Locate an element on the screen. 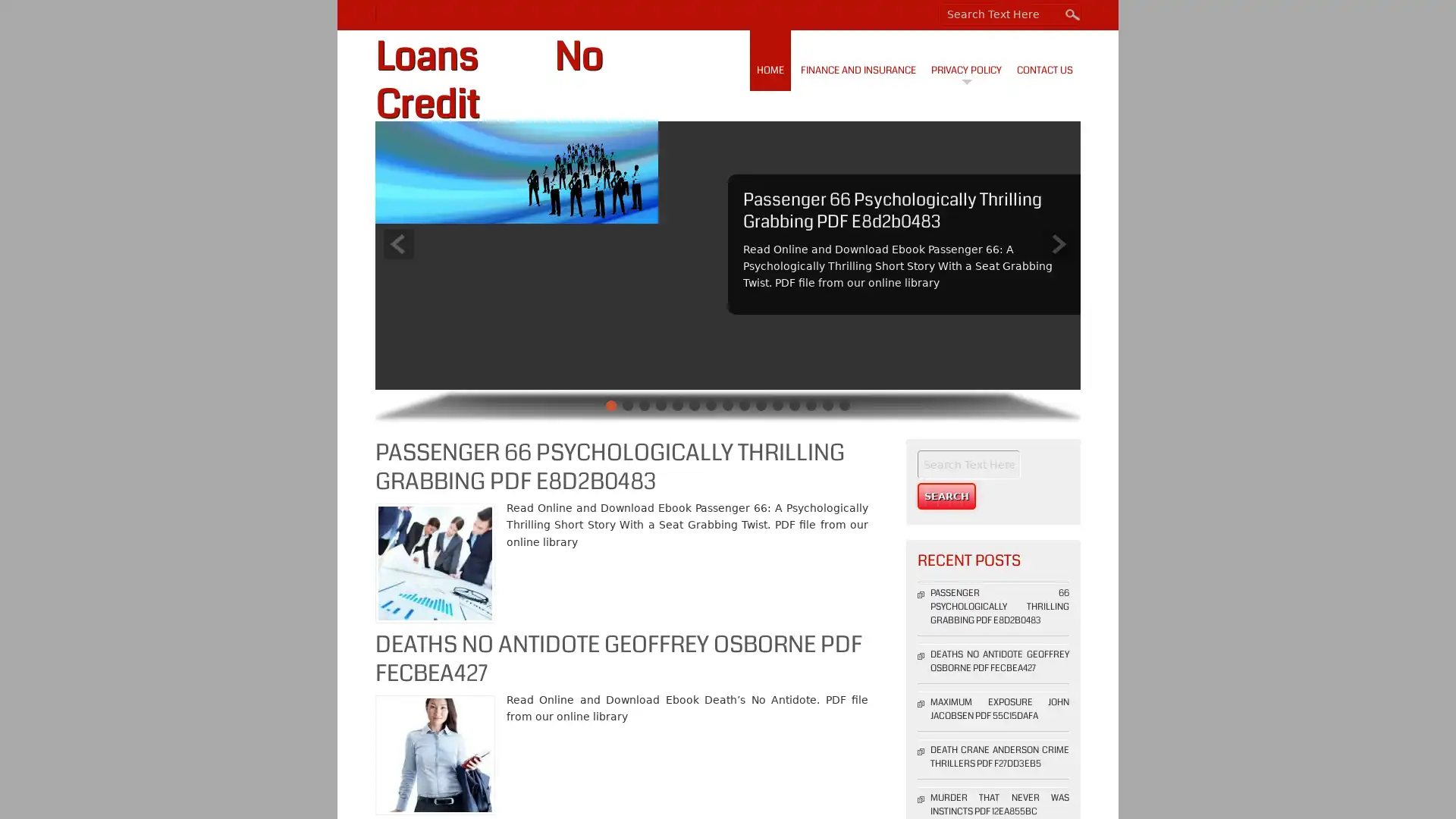 The image size is (1456, 819). Search is located at coordinates (946, 496).